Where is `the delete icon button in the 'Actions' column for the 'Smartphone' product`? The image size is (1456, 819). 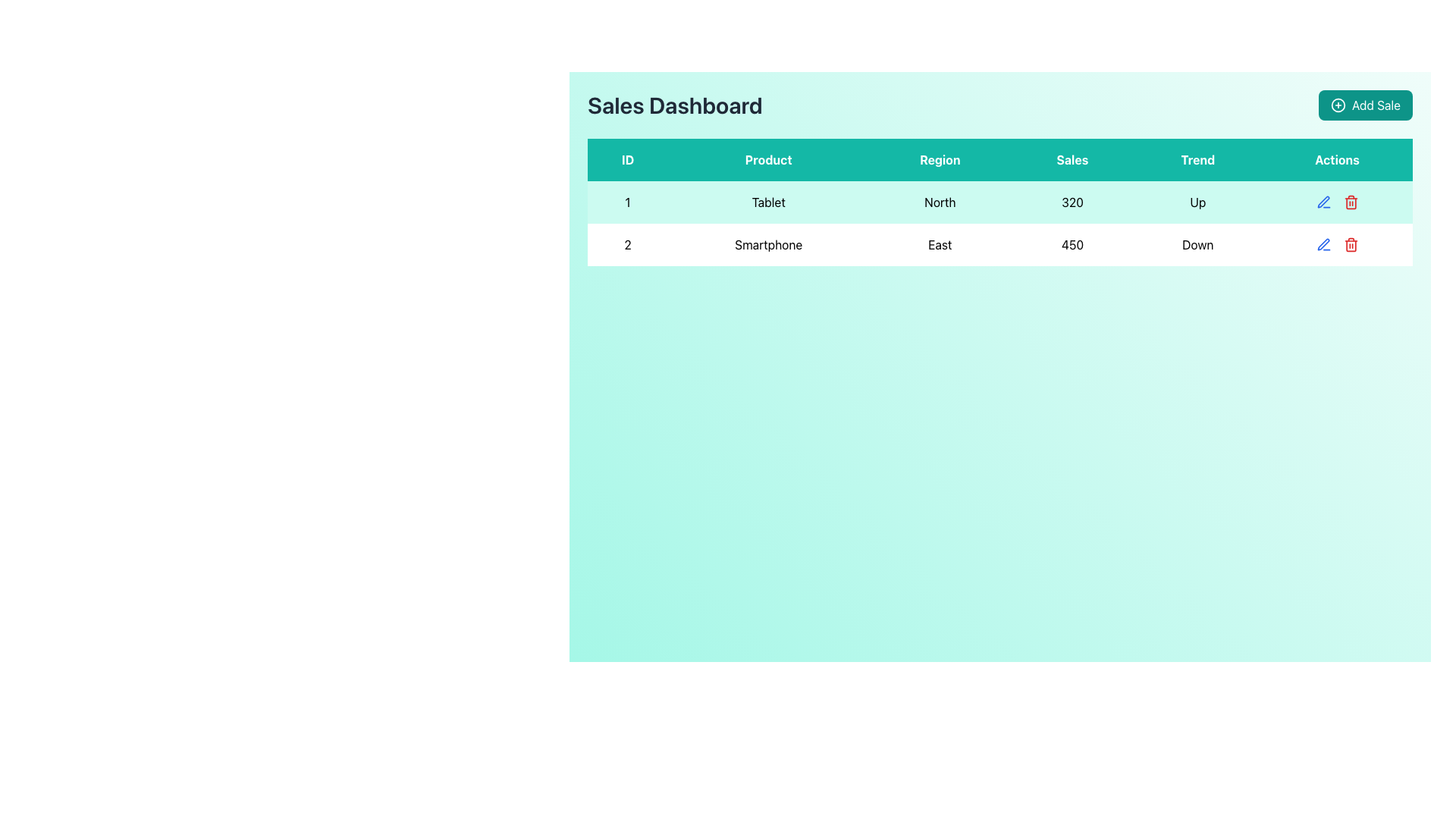
the delete icon button in the 'Actions' column for the 'Smartphone' product is located at coordinates (1351, 244).